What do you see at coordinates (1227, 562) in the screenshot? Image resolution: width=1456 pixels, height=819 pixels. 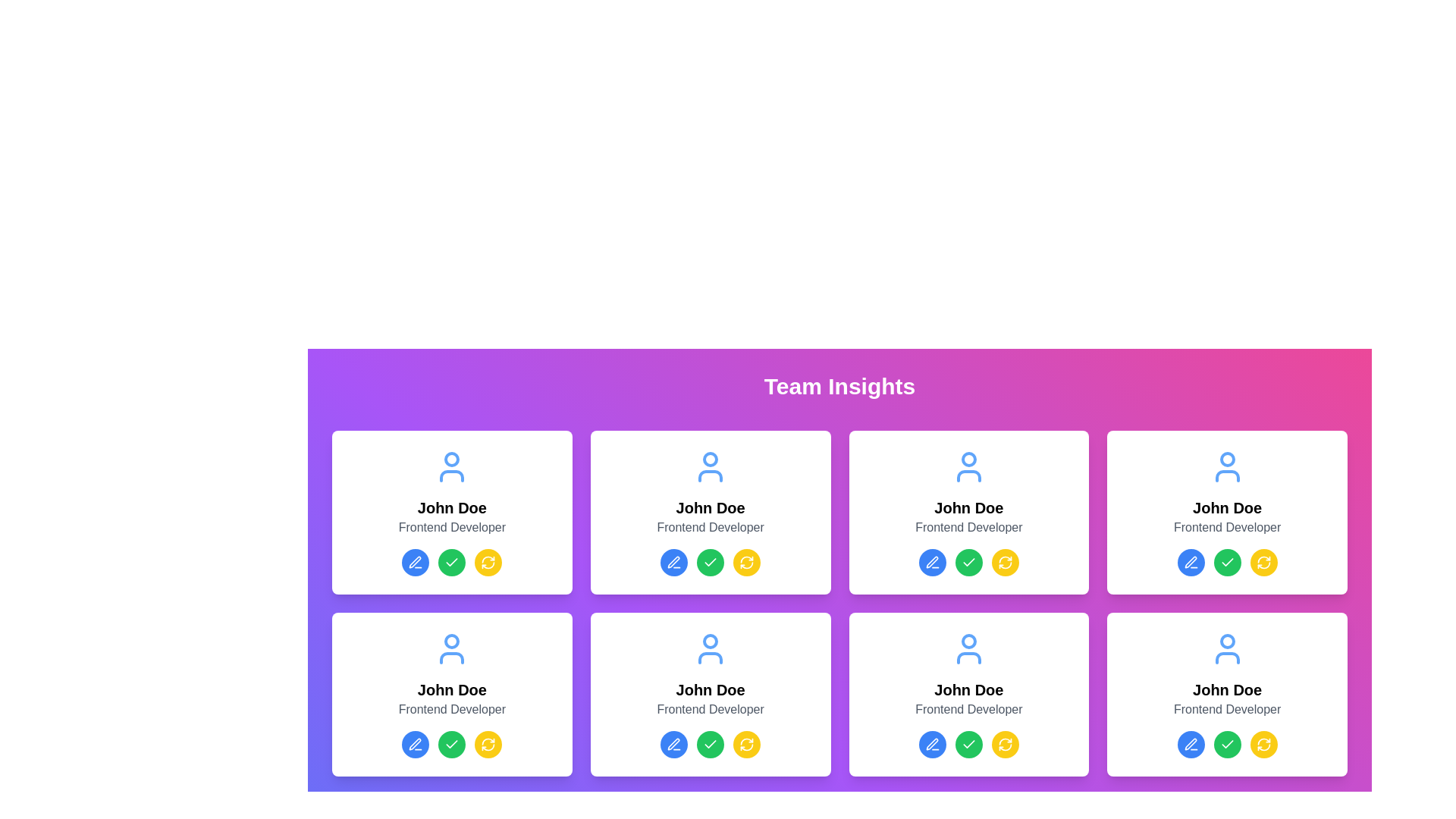 I see `the green circular icon button with a white checkmark symbol located in the second row of user cards` at bounding box center [1227, 562].